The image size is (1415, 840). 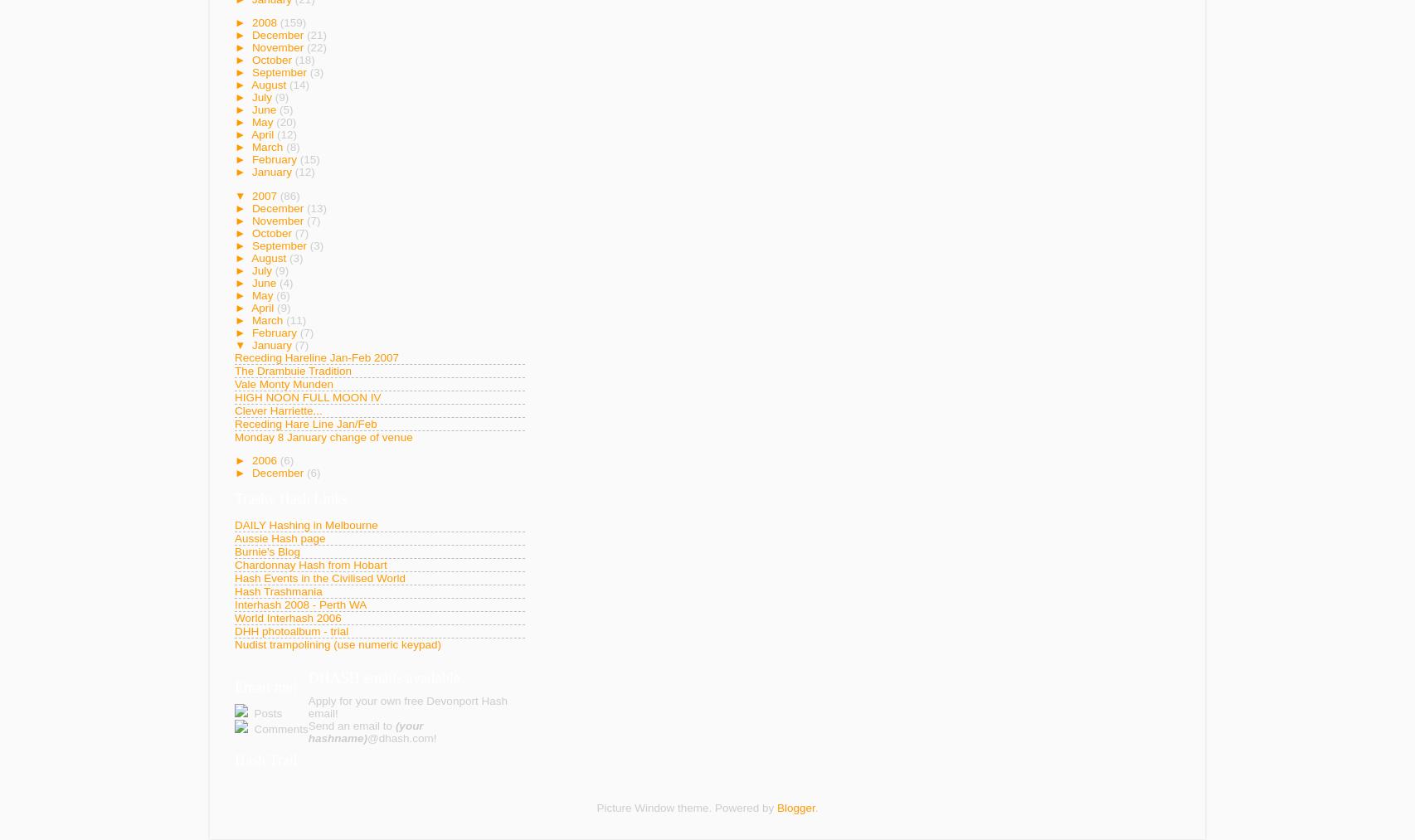 What do you see at coordinates (285, 122) in the screenshot?
I see `'(20)'` at bounding box center [285, 122].